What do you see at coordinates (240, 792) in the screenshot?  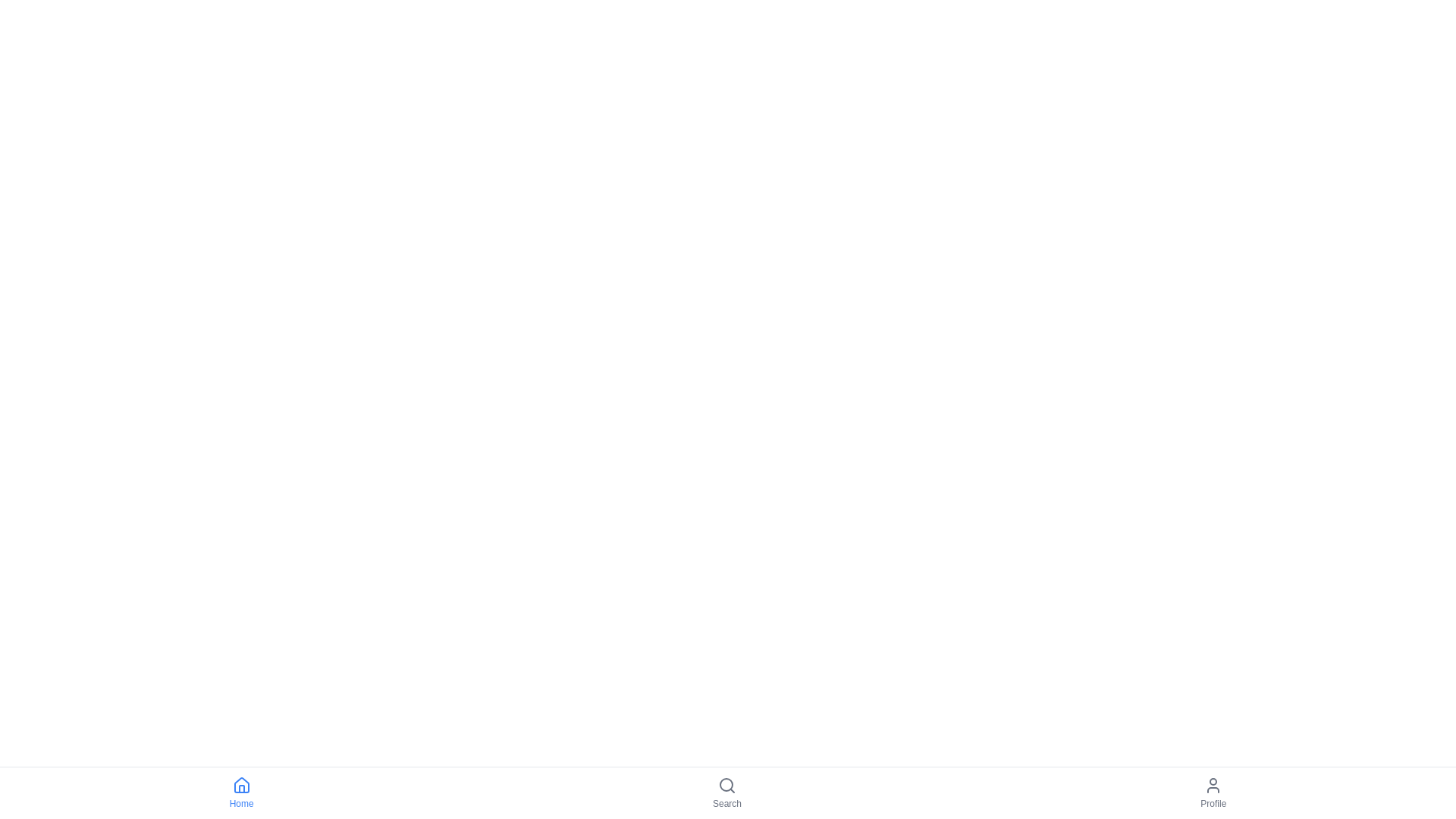 I see `the 'Home' button` at bounding box center [240, 792].